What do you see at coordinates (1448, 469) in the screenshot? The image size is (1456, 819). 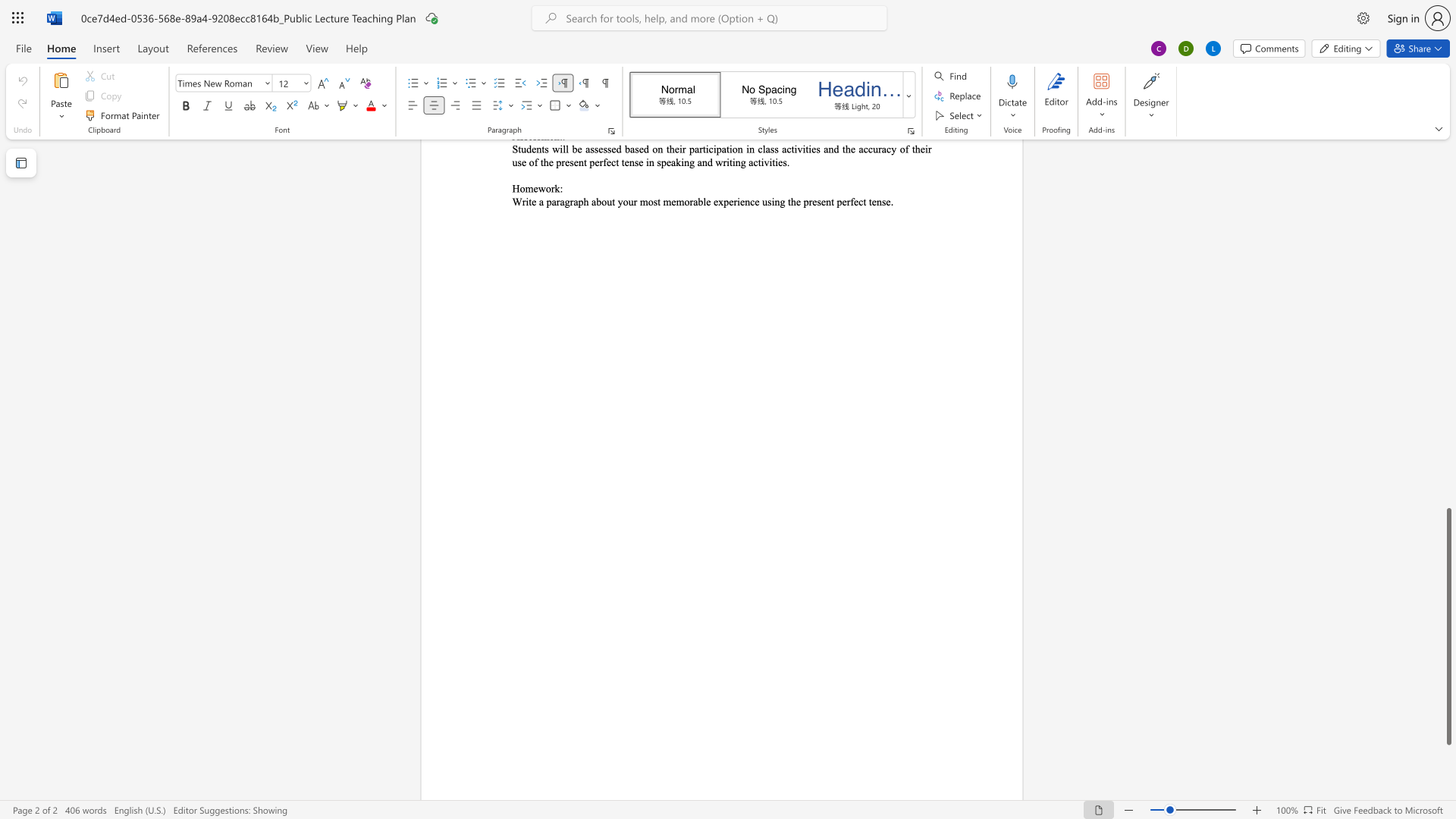 I see `the scrollbar on the right side to scroll the page up` at bounding box center [1448, 469].